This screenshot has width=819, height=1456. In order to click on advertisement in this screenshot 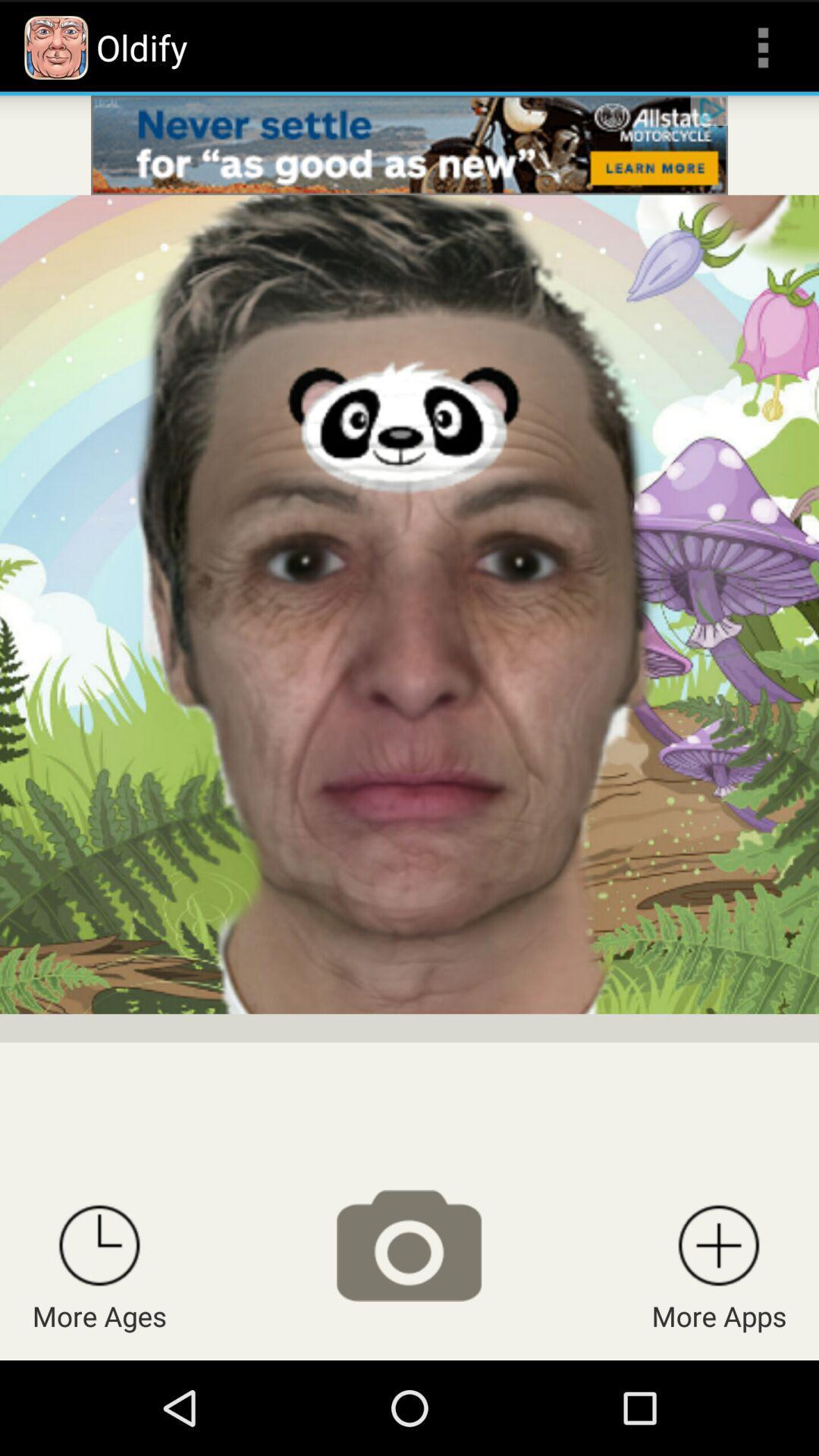, I will do `click(409, 145)`.